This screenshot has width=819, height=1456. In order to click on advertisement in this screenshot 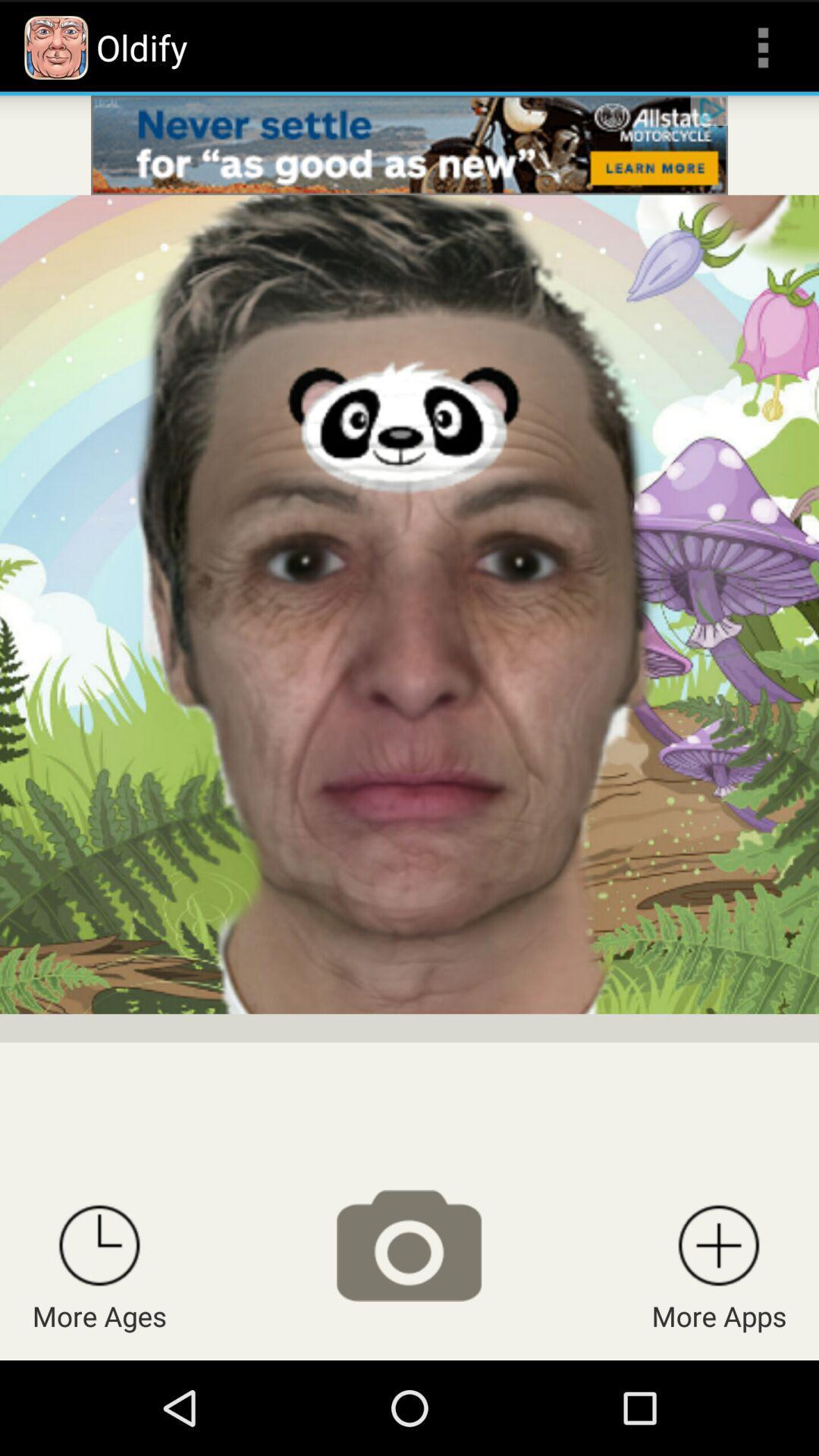, I will do `click(409, 145)`.